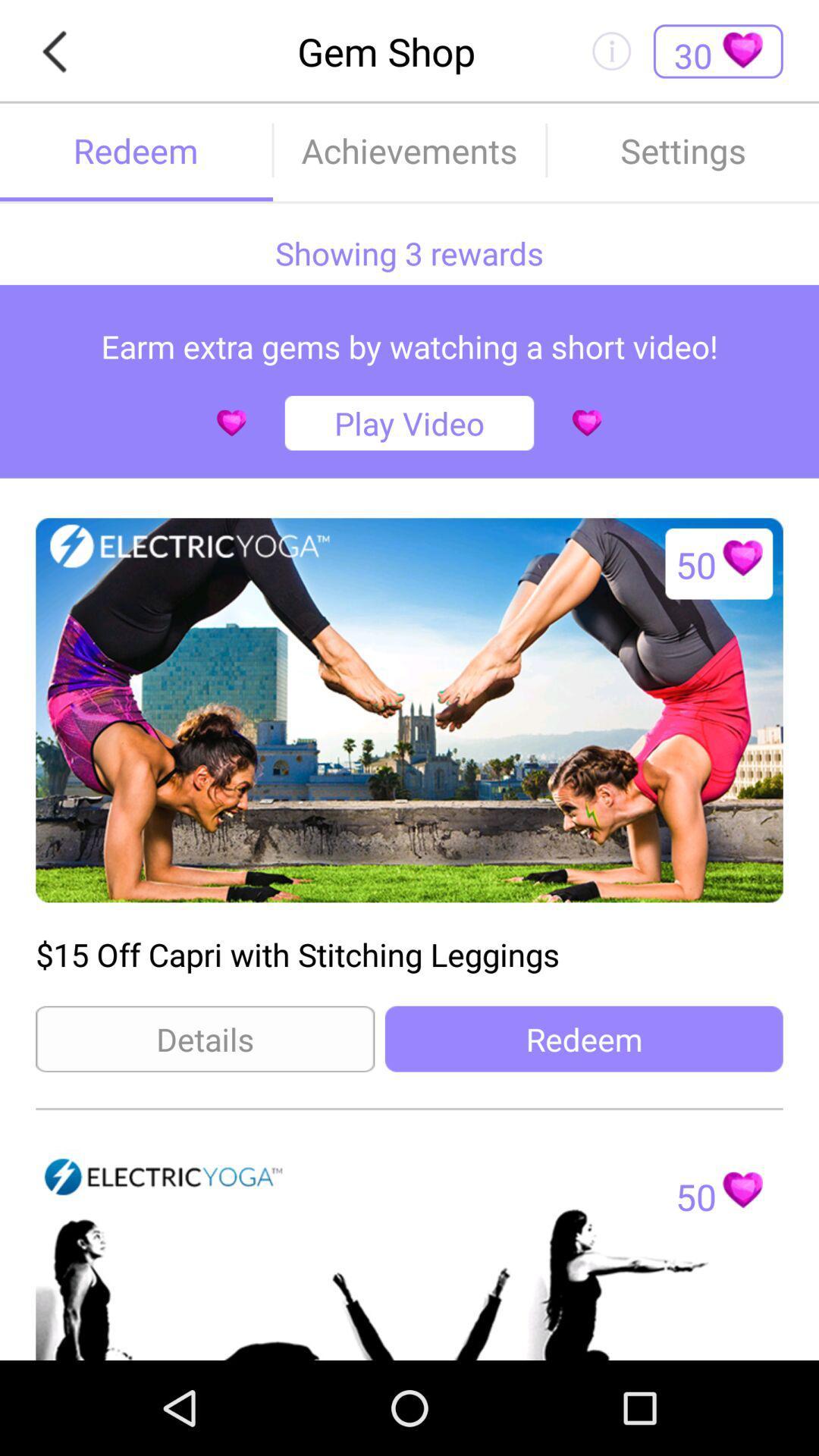 The image size is (819, 1456). What do you see at coordinates (58, 55) in the screenshot?
I see `the arrow_backward icon` at bounding box center [58, 55].